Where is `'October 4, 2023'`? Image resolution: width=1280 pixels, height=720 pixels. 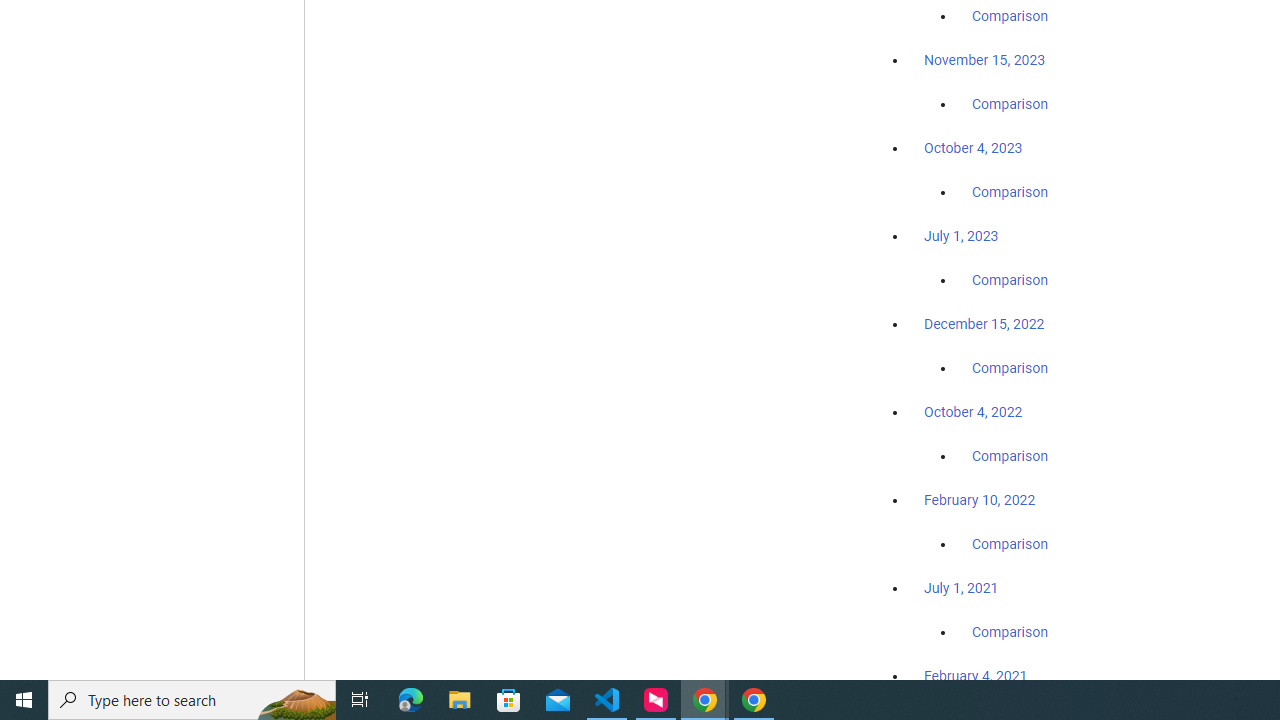
'October 4, 2023' is located at coordinates (973, 147).